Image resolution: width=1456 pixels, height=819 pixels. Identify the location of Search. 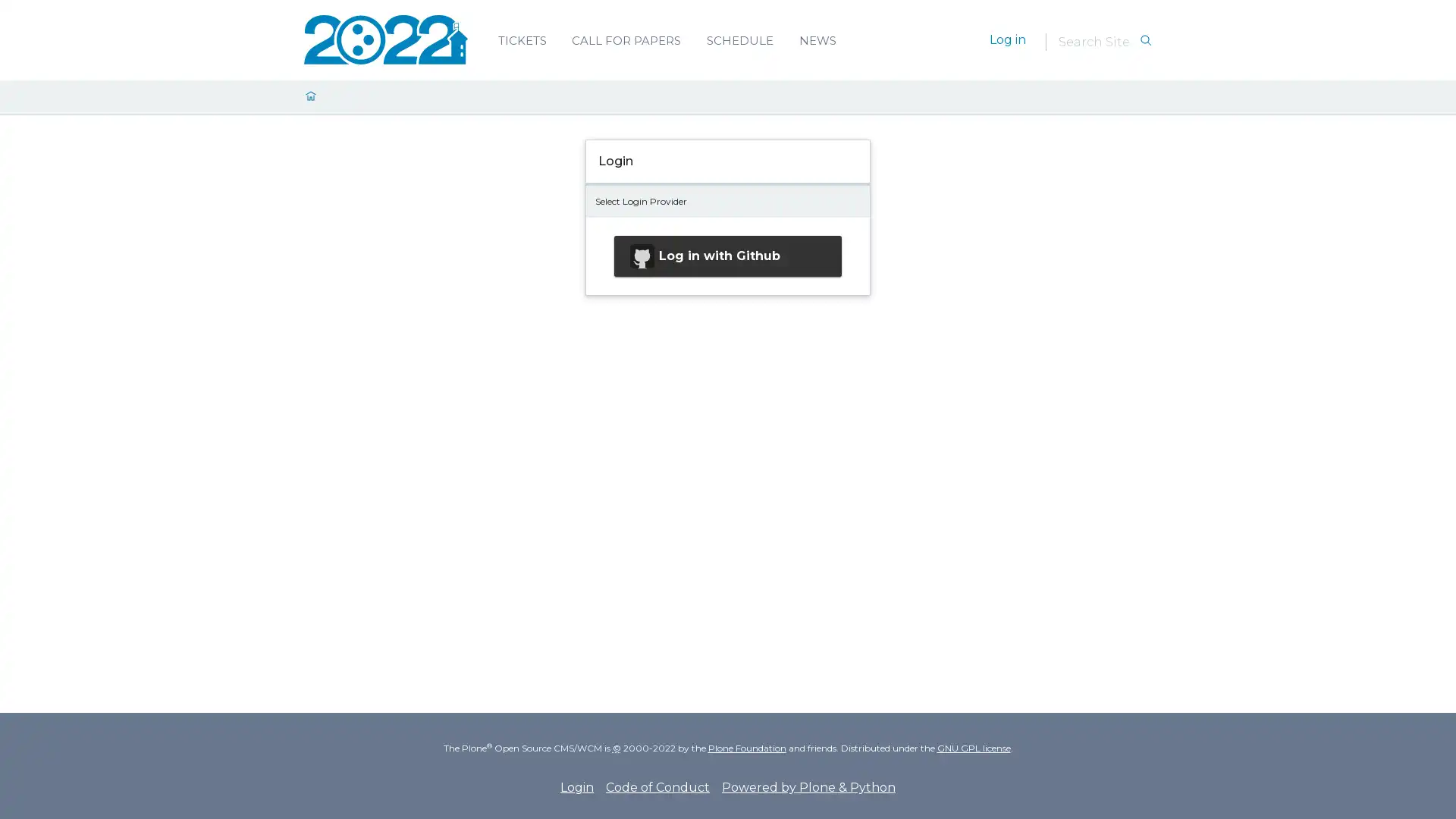
(1145, 40).